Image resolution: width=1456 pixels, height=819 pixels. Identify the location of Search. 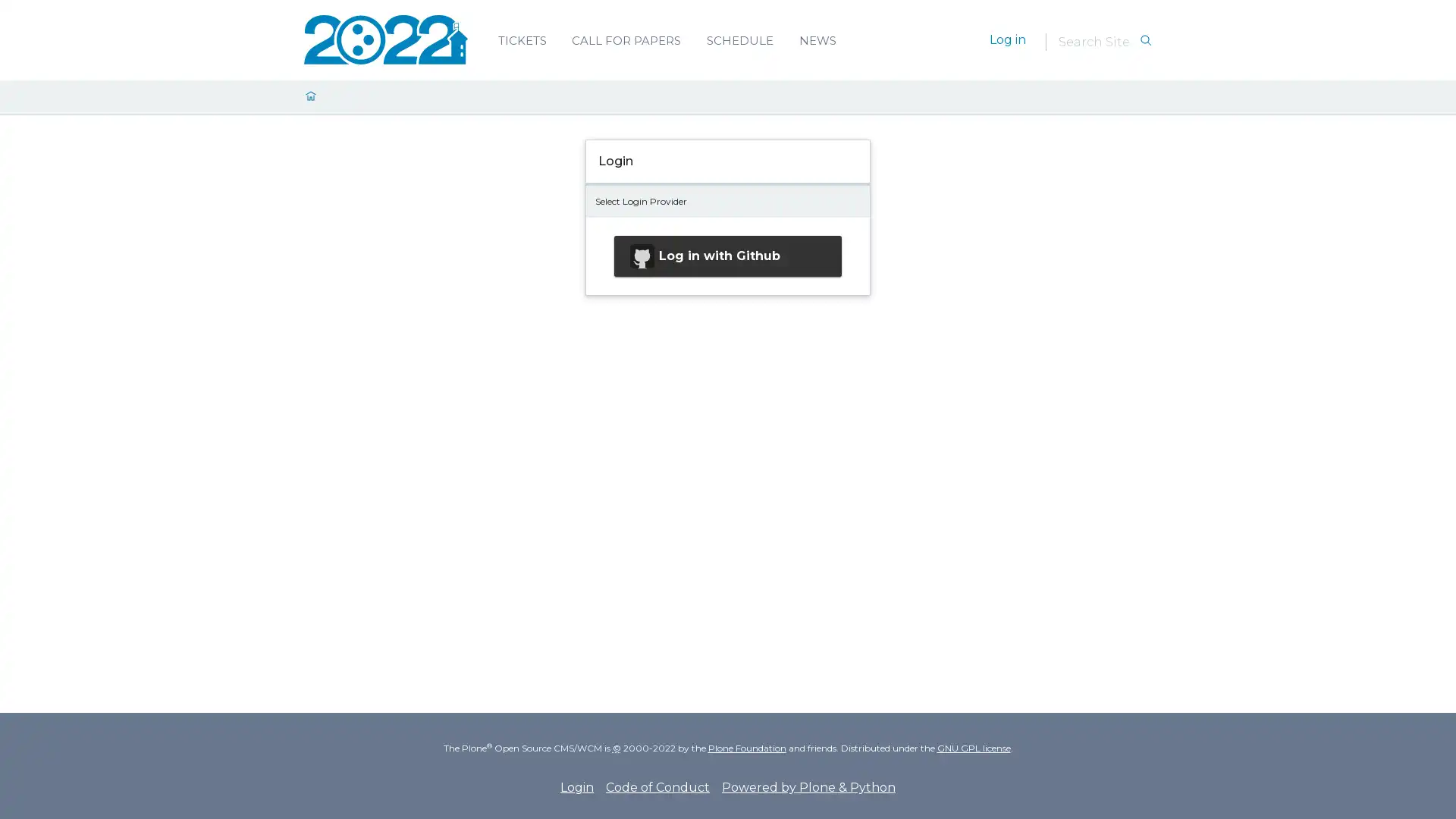
(1145, 40).